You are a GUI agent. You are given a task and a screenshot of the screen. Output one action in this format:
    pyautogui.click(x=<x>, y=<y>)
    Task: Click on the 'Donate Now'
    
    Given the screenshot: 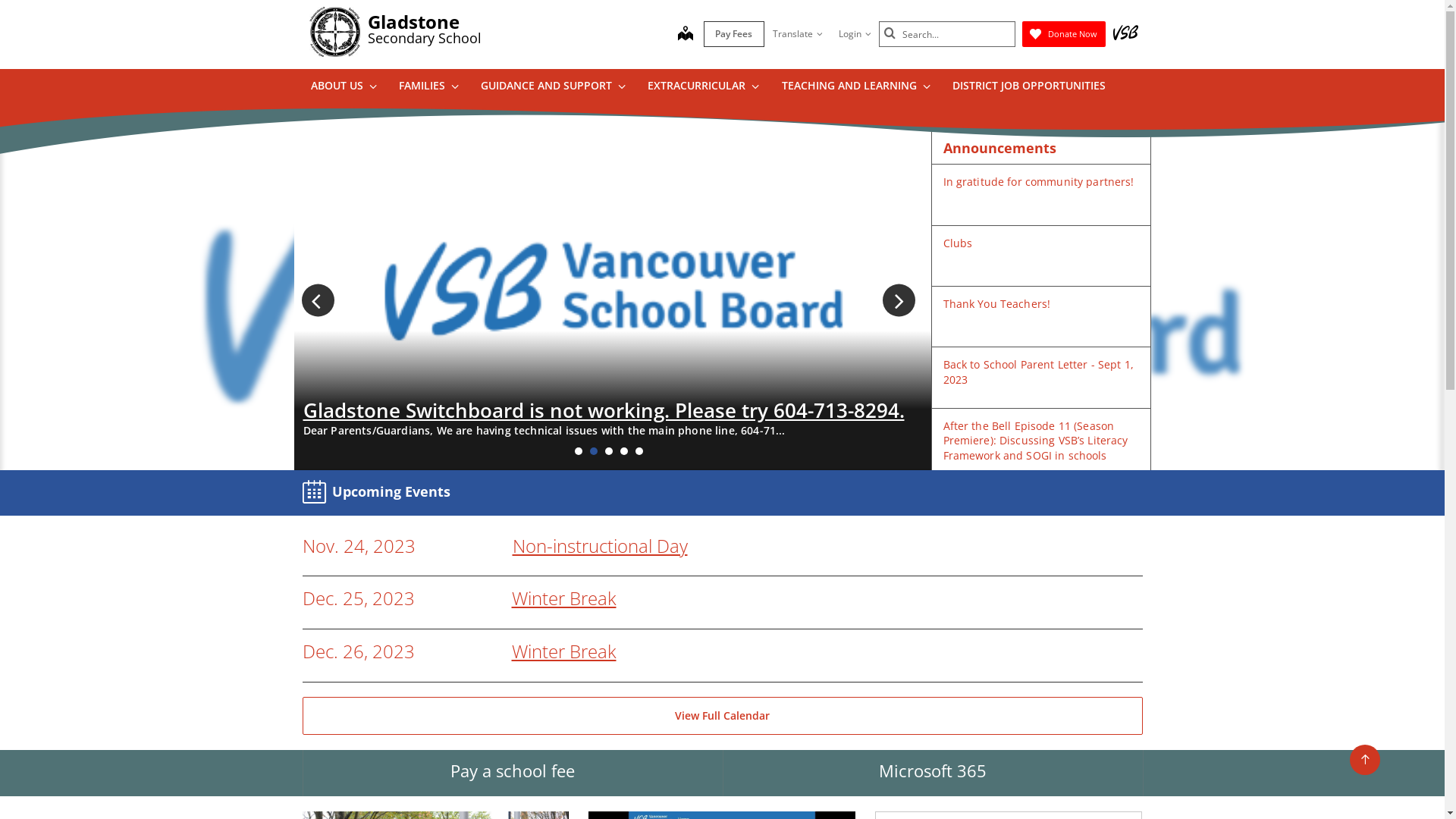 What is the action you would take?
    pyautogui.click(x=1062, y=34)
    